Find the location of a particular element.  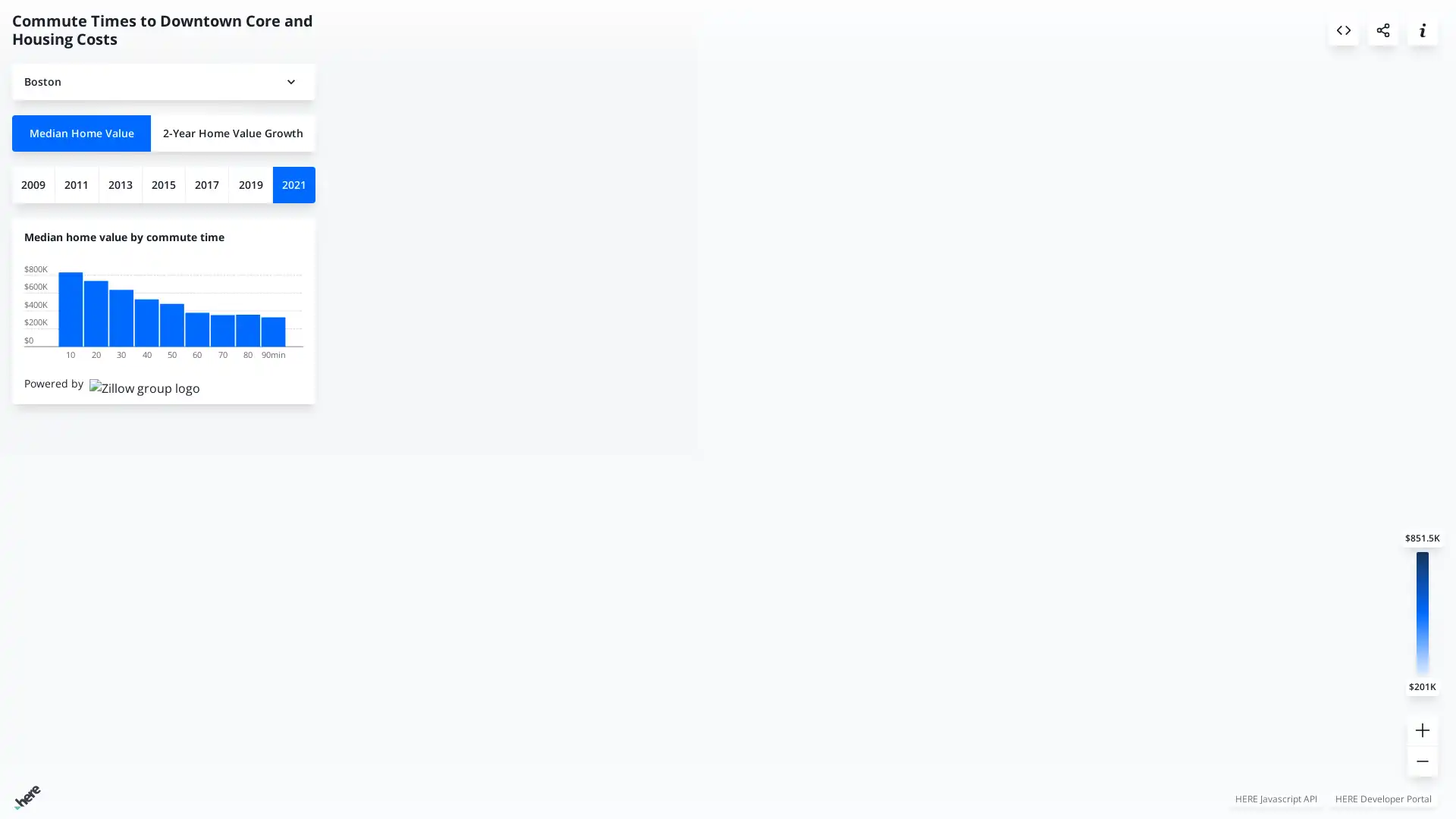

Embed is located at coordinates (1343, 30).